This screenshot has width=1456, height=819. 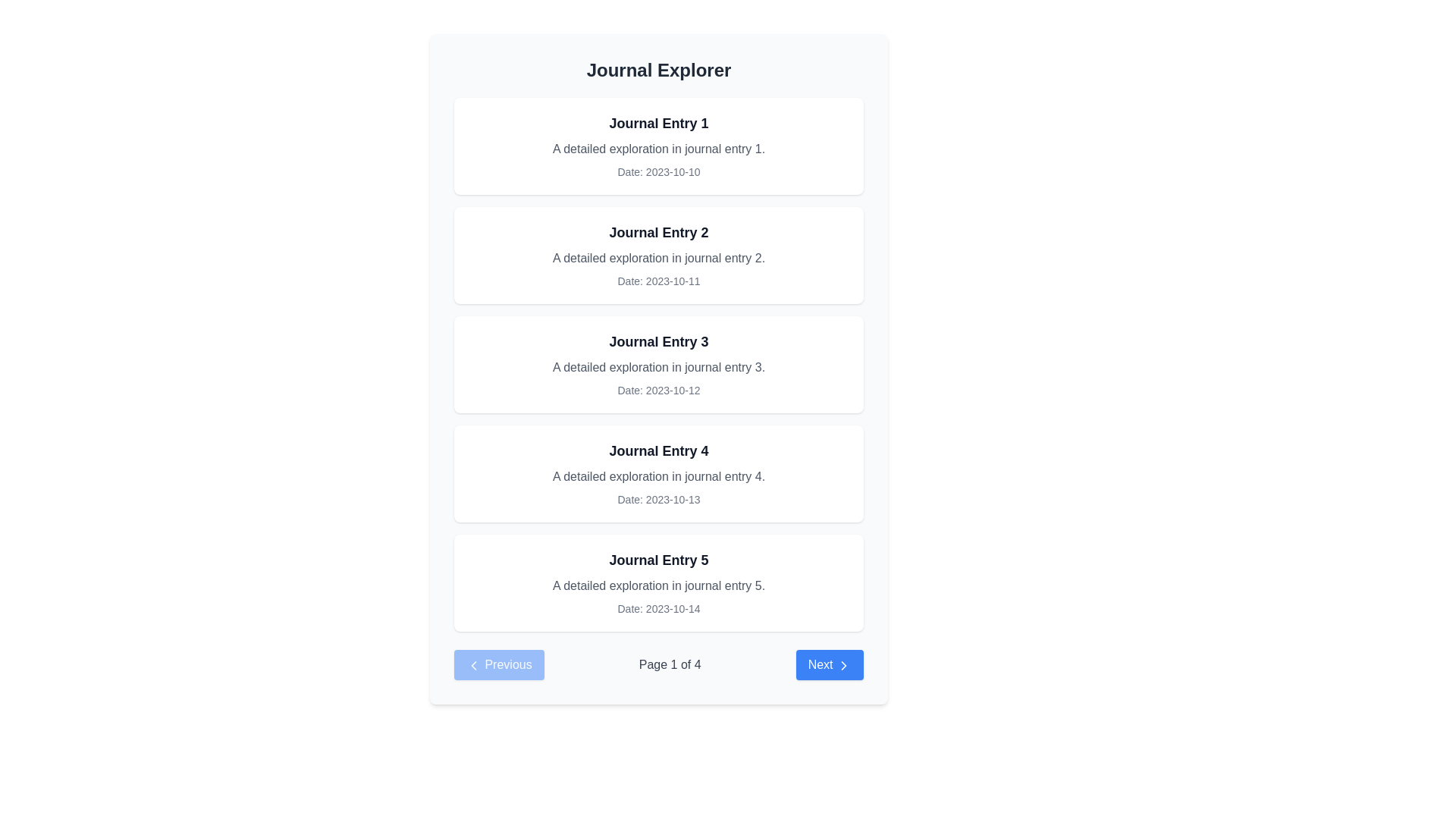 What do you see at coordinates (658, 450) in the screenshot?
I see `static text element displaying 'Journal Entry 4', which is positioned at the top of the fourth journal entry card in a vertical list of similar cards` at bounding box center [658, 450].